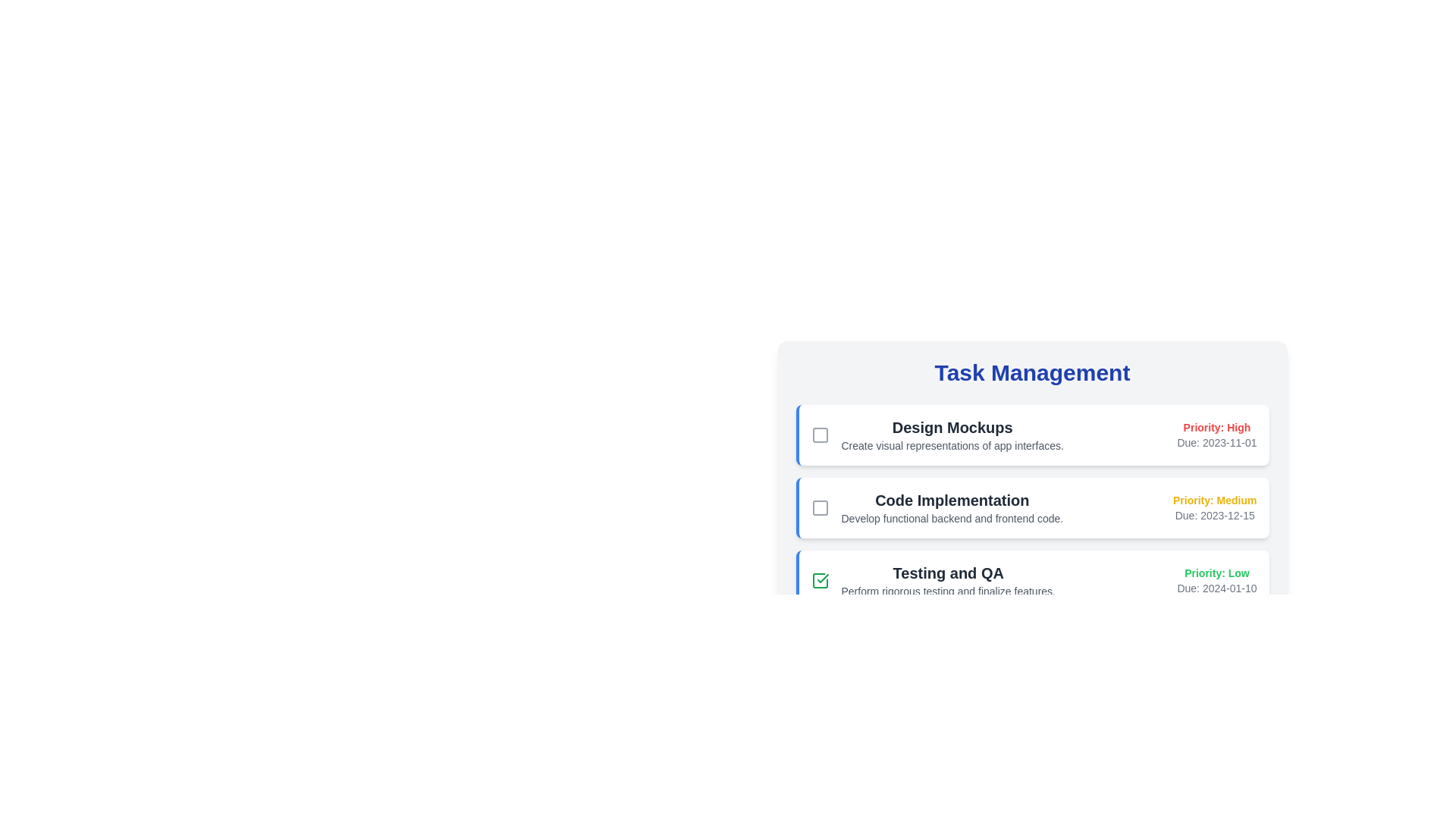 This screenshot has height=819, width=1456. I want to click on the static label indicating 'Priority: Medium' located in the 'Code Implementation' task card, positioned above the 'Due: 2023-12-15' text, so click(1215, 500).